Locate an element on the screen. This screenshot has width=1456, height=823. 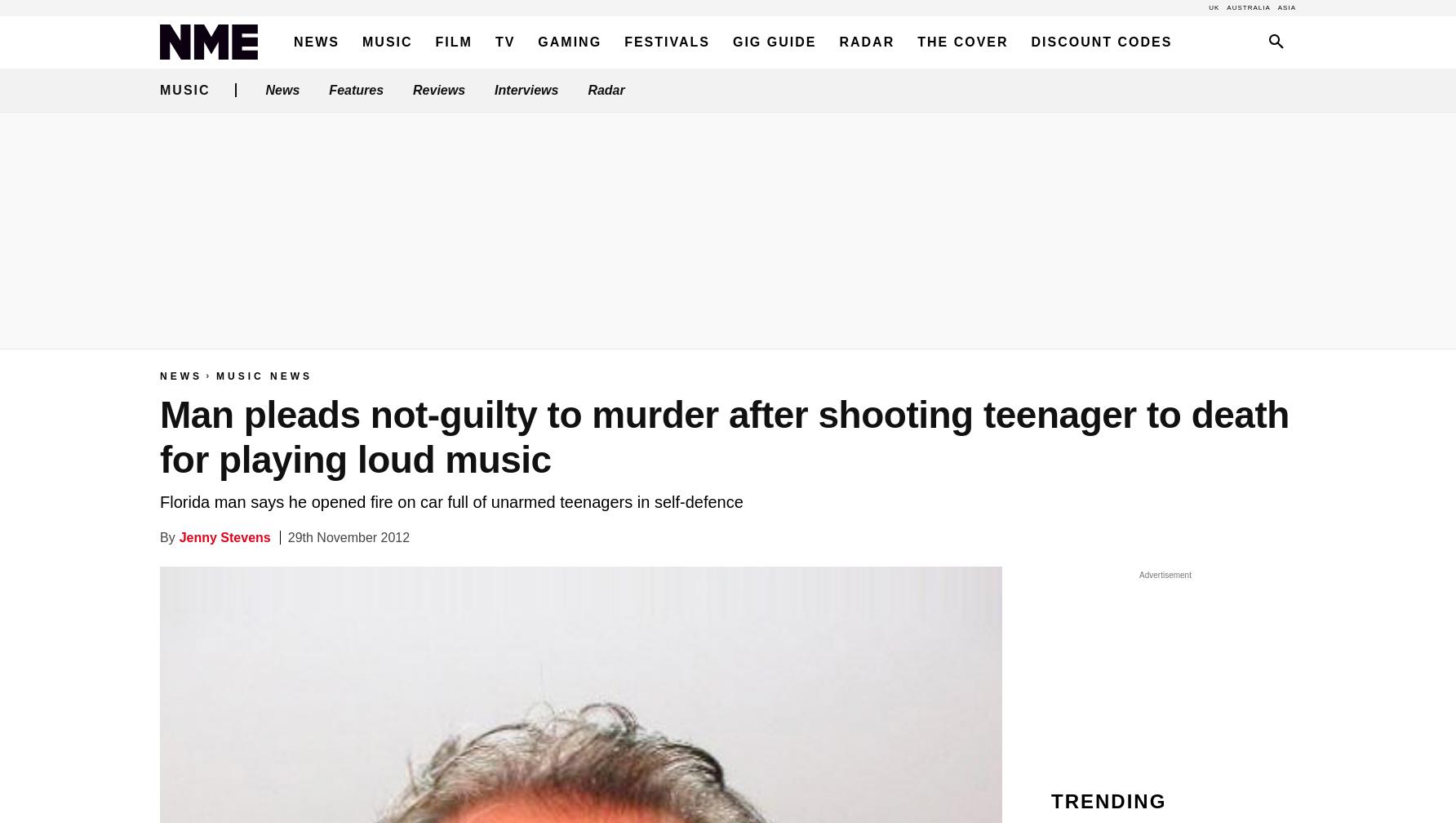
'TV' is located at coordinates (504, 42).